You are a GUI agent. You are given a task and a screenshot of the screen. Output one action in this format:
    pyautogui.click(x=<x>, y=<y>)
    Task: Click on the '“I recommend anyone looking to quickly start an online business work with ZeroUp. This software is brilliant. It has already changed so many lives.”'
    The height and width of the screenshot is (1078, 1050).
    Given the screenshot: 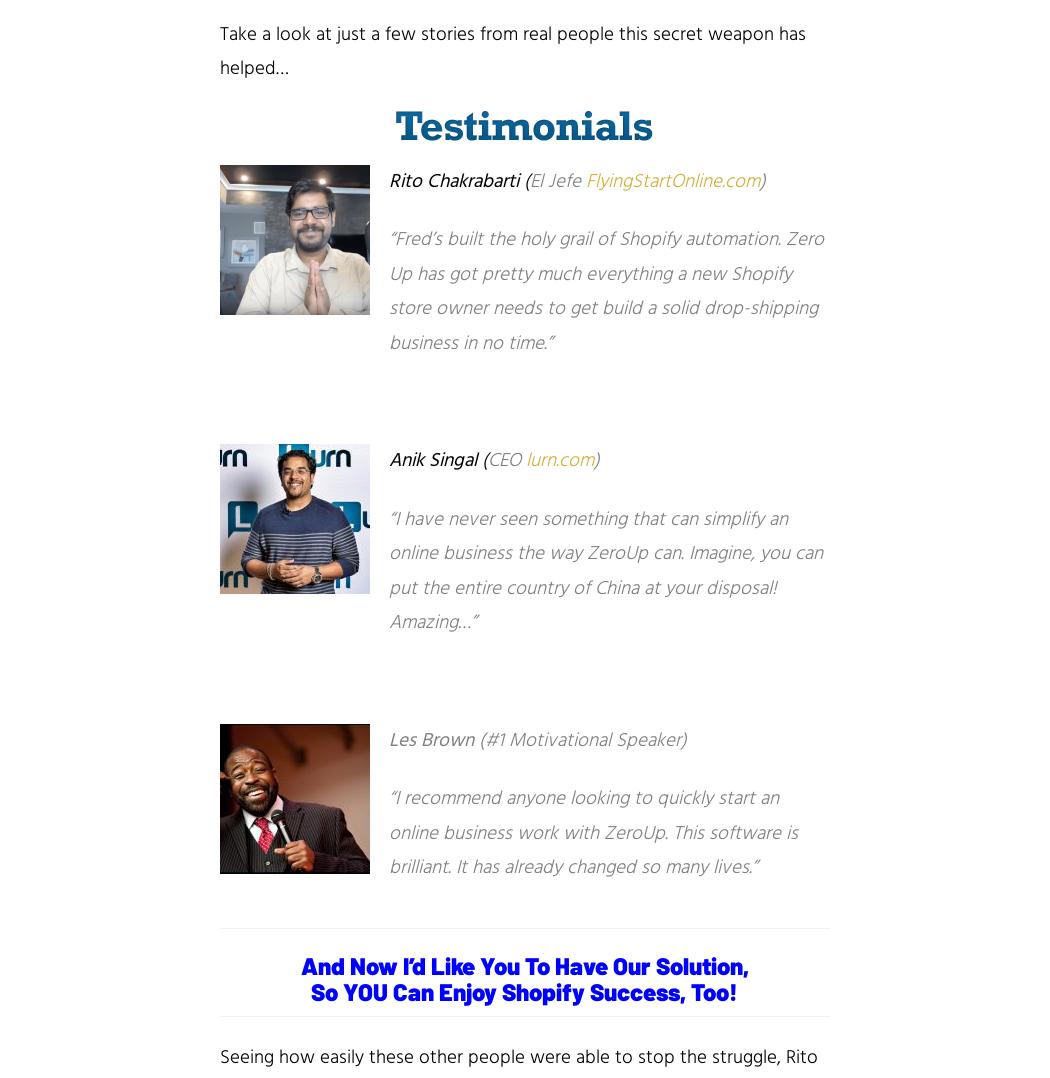 What is the action you would take?
    pyautogui.click(x=592, y=833)
    